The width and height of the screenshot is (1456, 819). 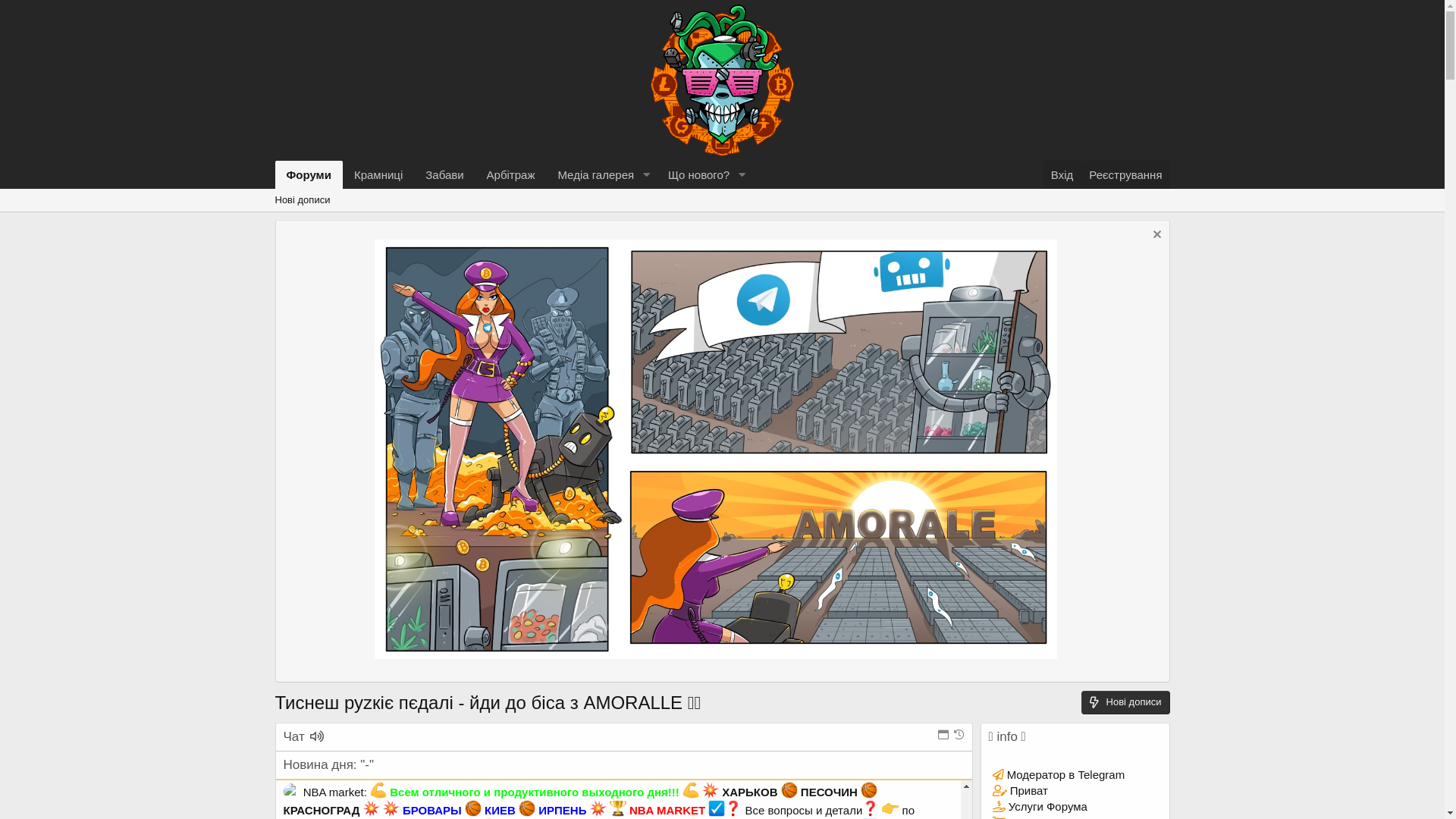 I want to click on 'Trophy    :trophy:', so click(x=618, y=807).